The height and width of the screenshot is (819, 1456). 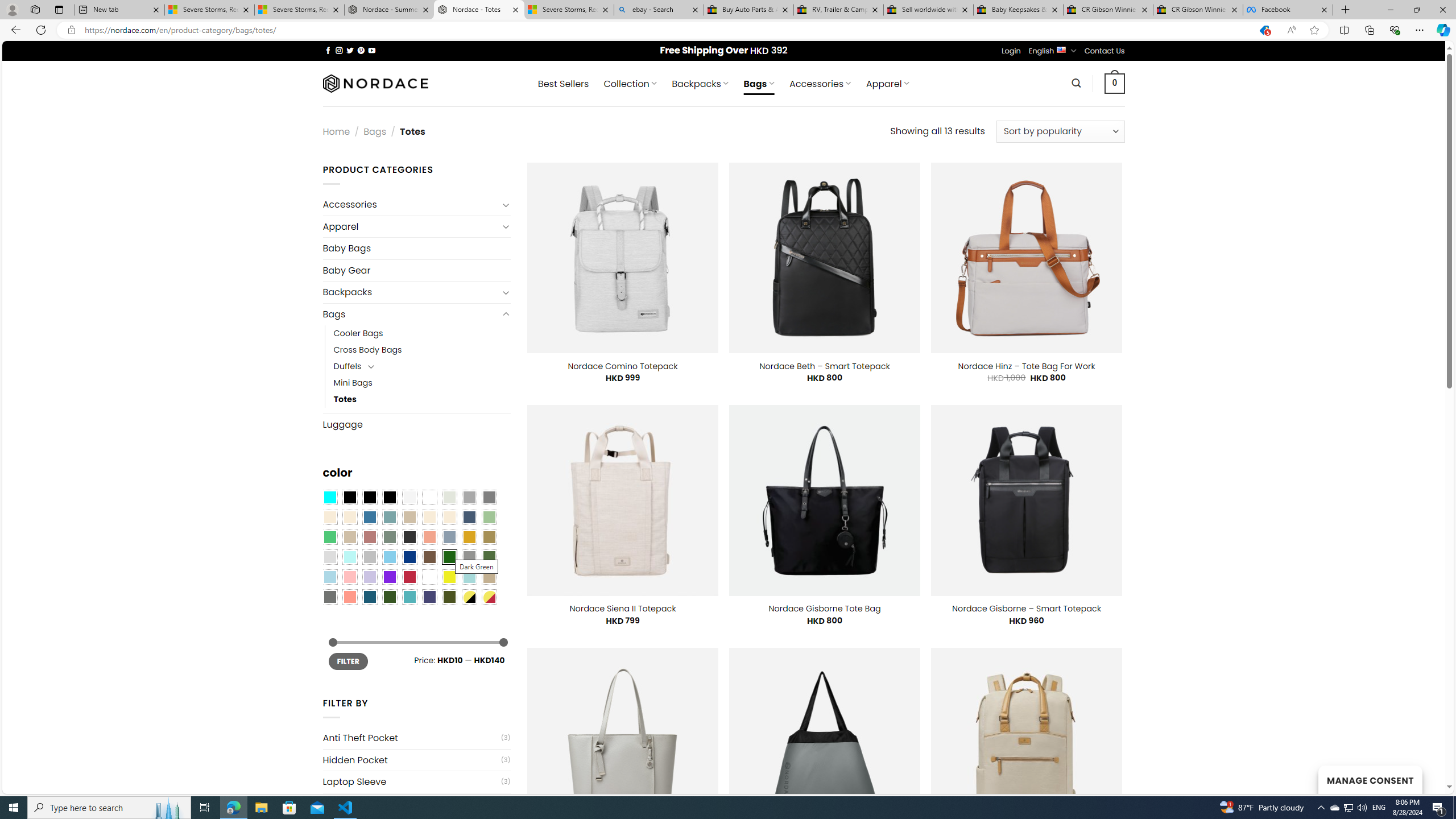 What do you see at coordinates (329, 597) in the screenshot?
I see `'Dull Nickle'` at bounding box center [329, 597].